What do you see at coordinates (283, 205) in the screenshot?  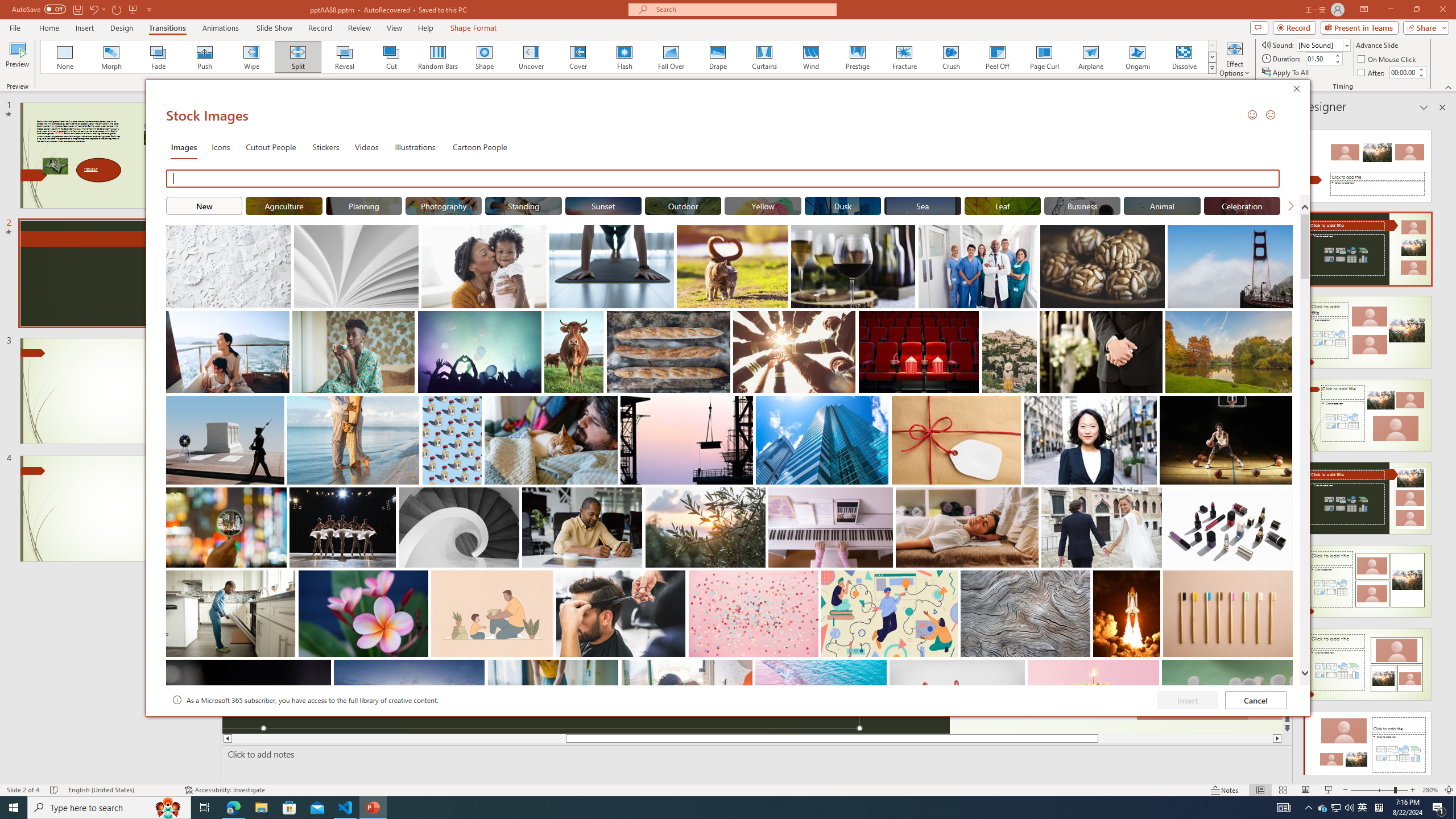 I see `'"Agriculture" Stock Images.'` at bounding box center [283, 205].